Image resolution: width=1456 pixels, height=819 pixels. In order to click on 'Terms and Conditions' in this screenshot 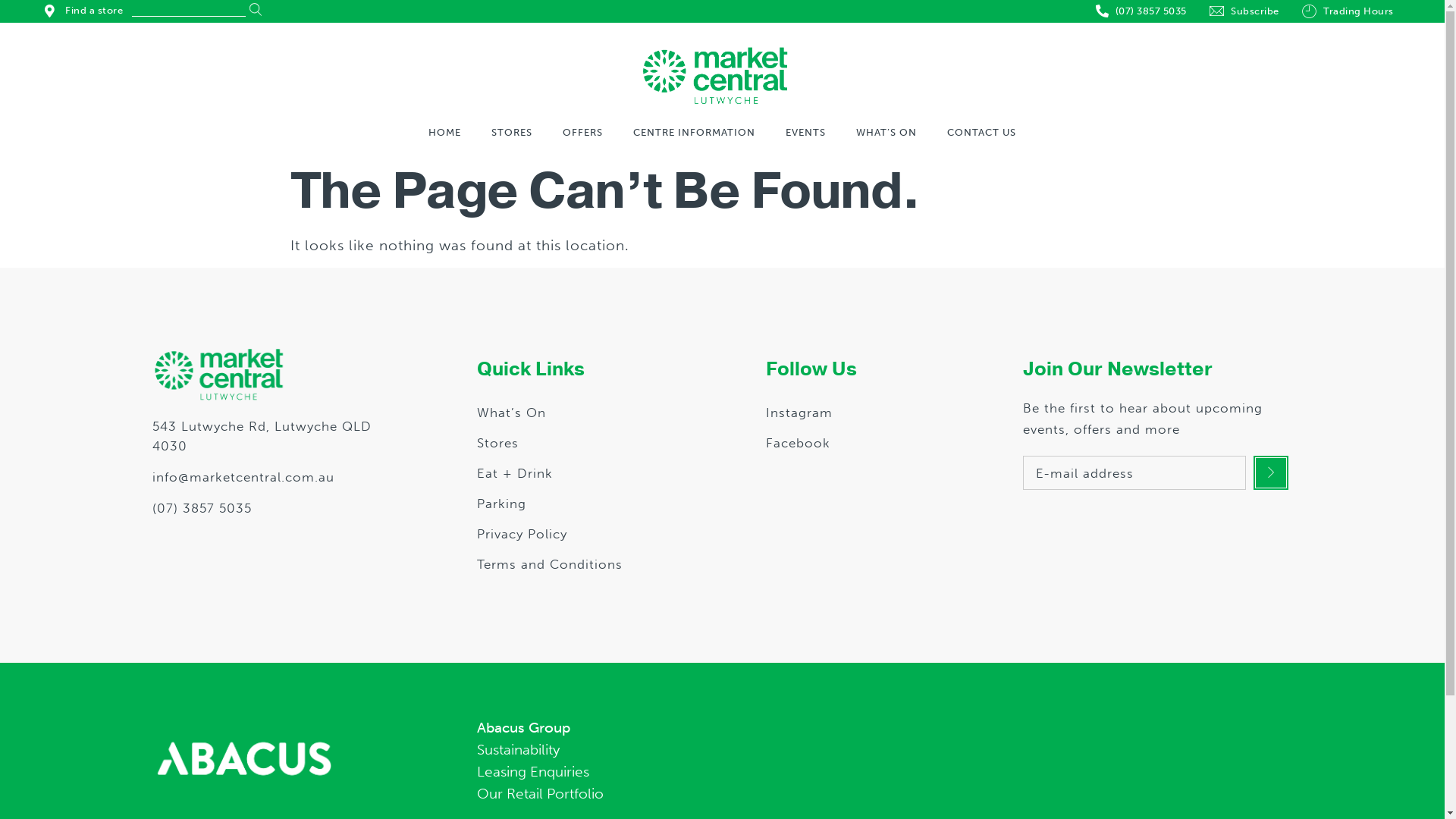, I will do `click(548, 564)`.